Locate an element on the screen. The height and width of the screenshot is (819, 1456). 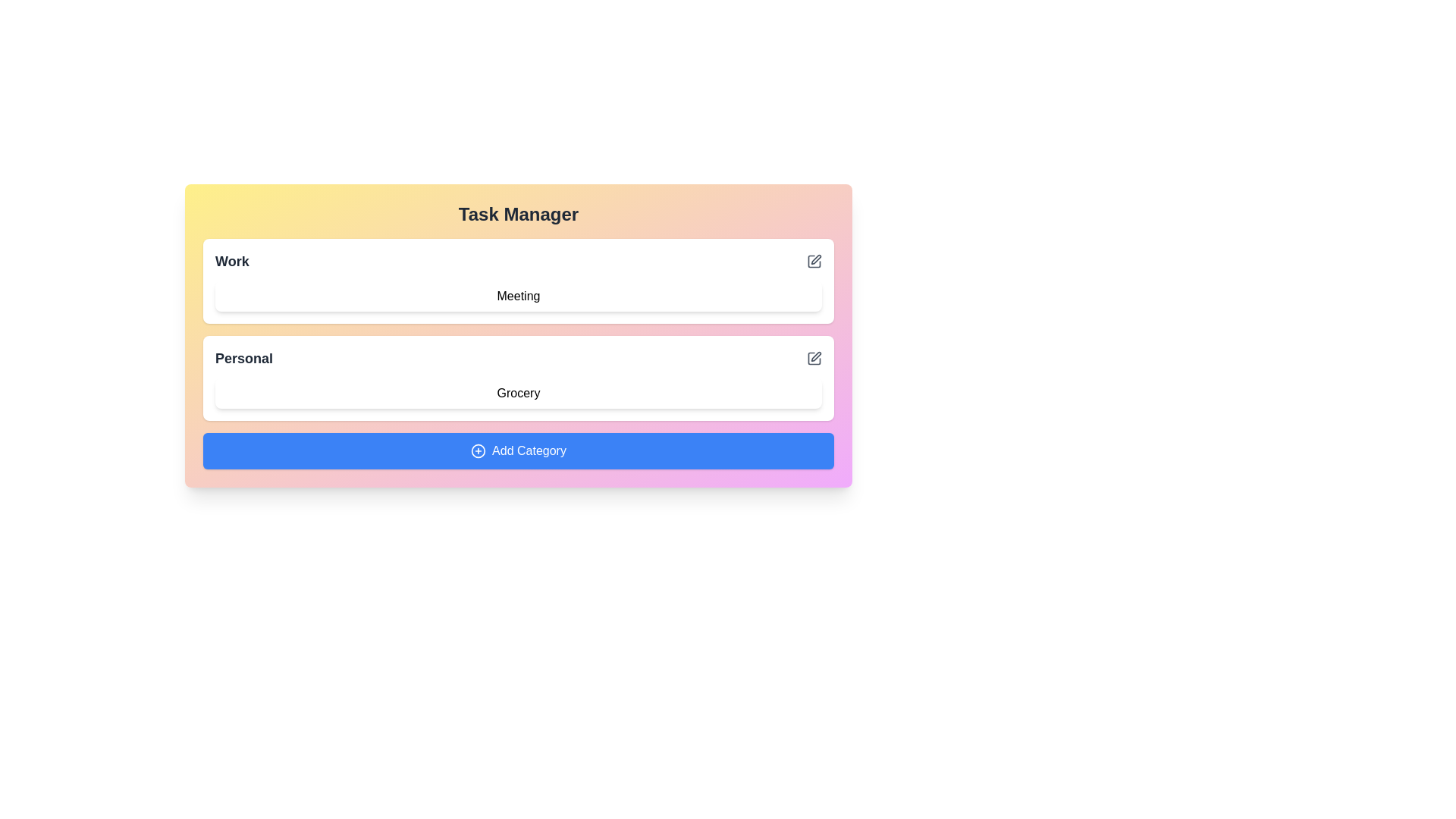
the 'Add Category' button to create a new category is located at coordinates (519, 450).